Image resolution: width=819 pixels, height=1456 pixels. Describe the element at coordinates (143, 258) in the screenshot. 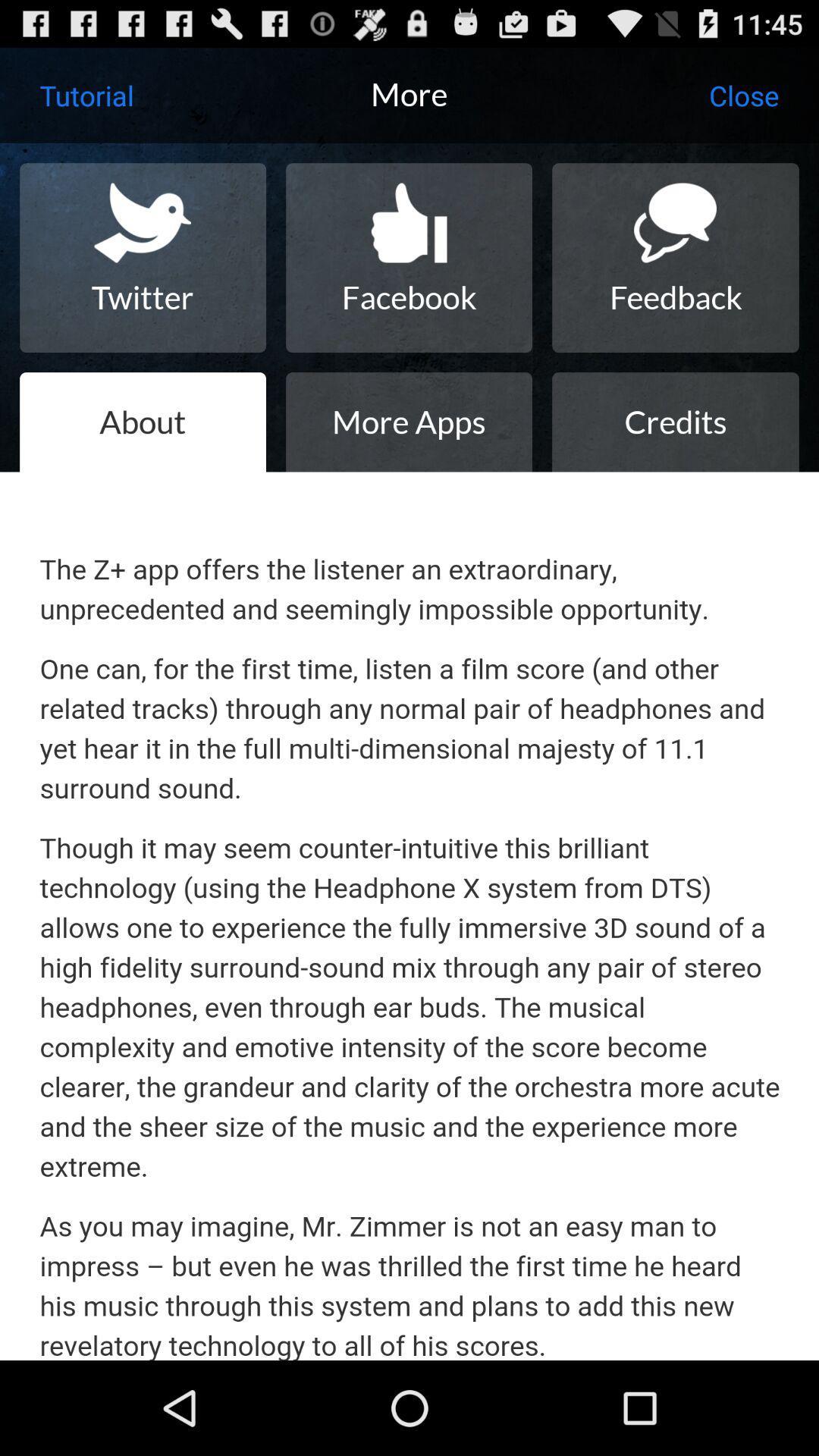

I see `item next to the facebook` at that location.